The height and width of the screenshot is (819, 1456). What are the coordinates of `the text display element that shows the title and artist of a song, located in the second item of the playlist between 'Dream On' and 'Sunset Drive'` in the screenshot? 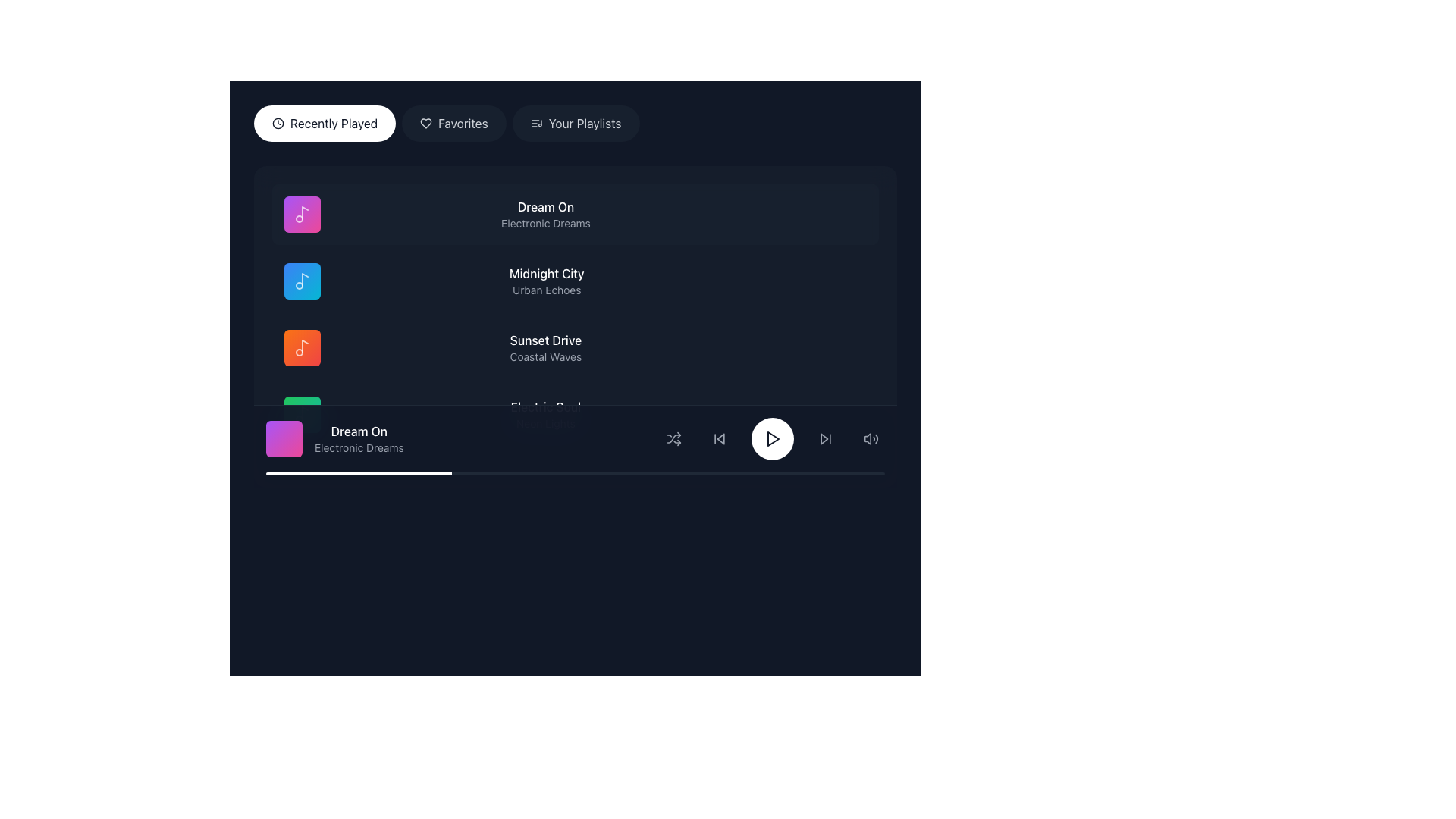 It's located at (546, 281).